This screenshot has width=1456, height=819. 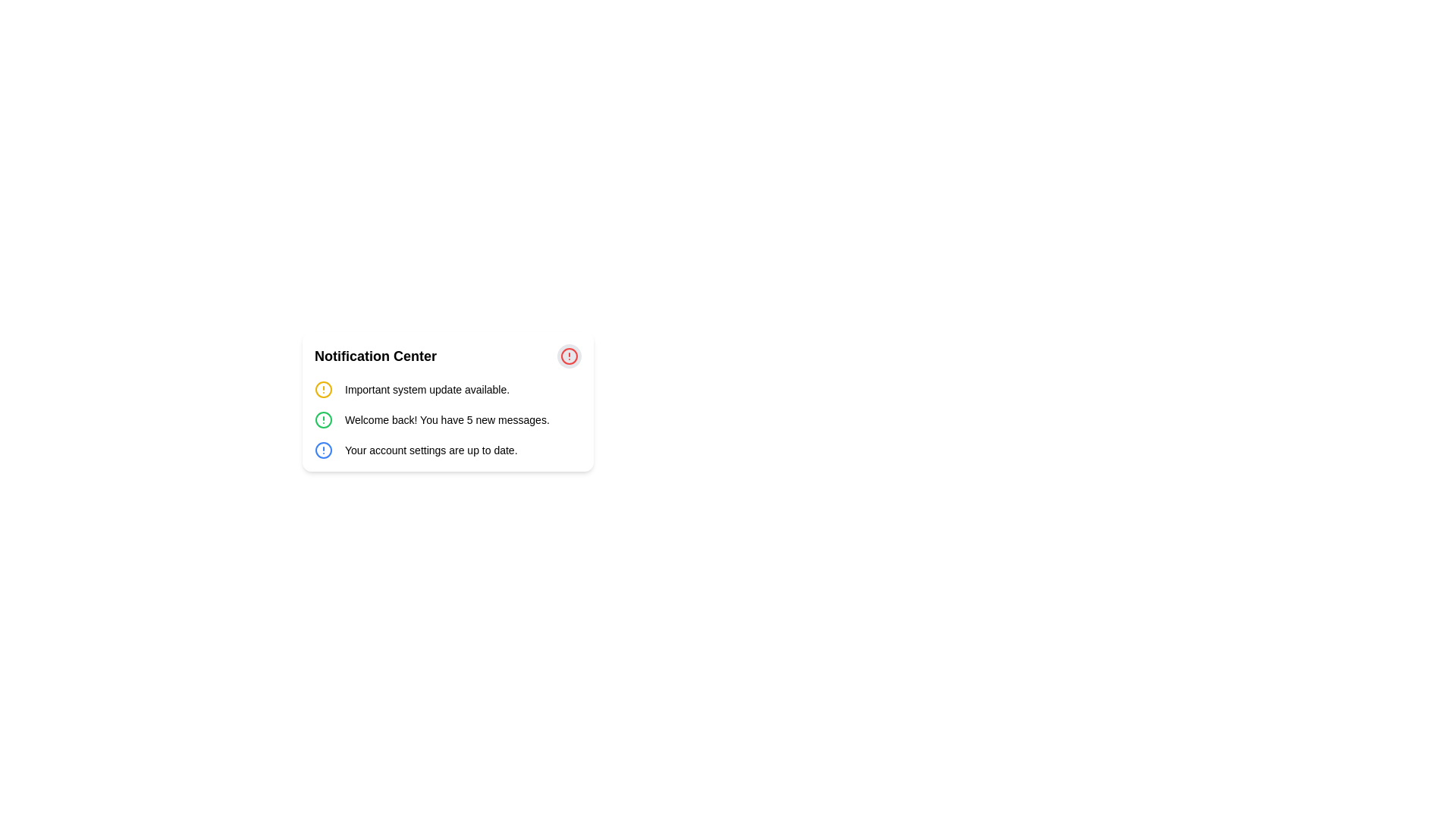 What do you see at coordinates (447, 450) in the screenshot?
I see `the notification that states 'Your account settings are up to date.' This notification is the third item in a stacked list and has an information icon with a blue circle and an exclamation mark` at bounding box center [447, 450].